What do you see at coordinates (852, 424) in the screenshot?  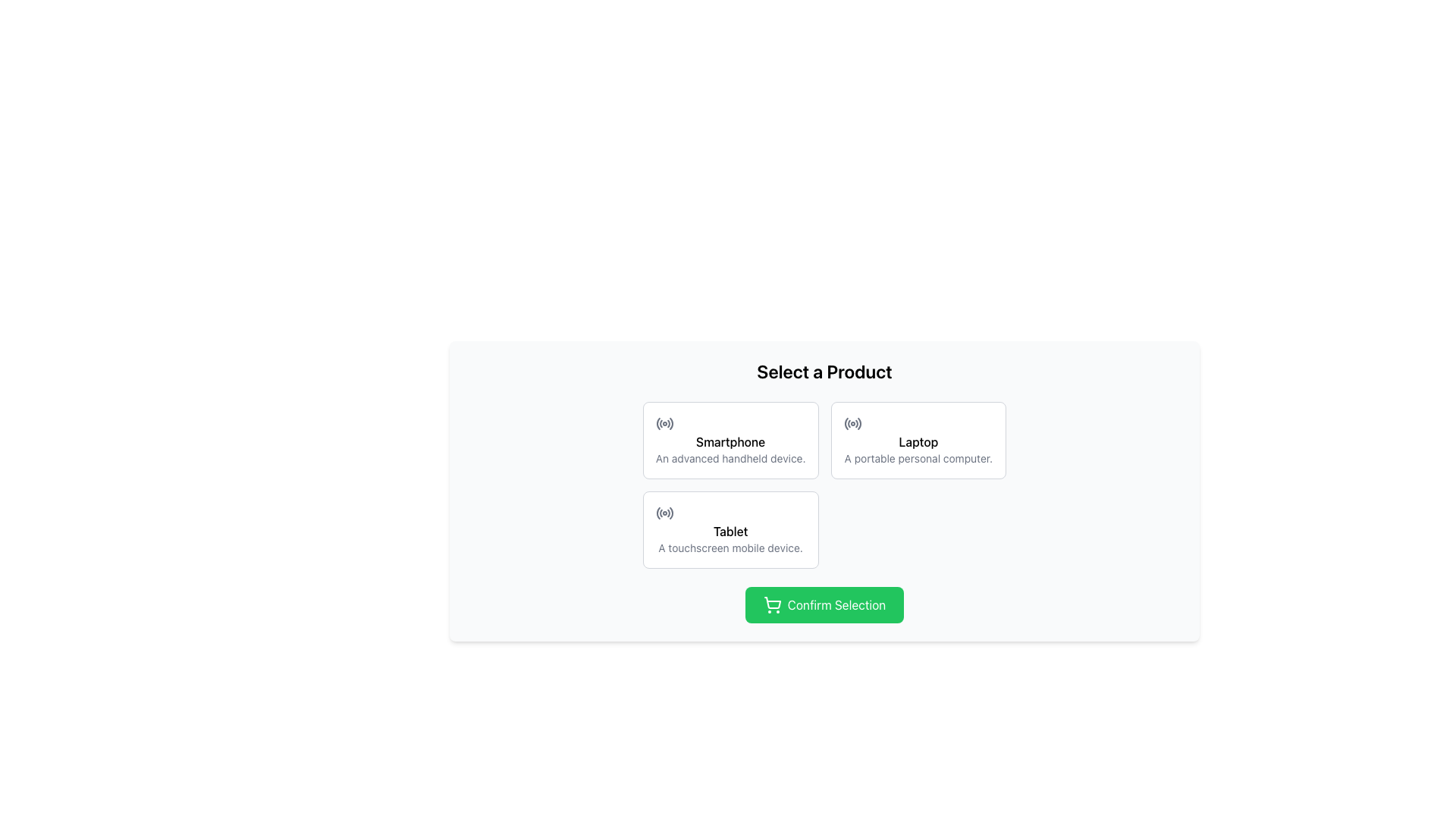 I see `the SVG icon representing the 'Laptop' option, located to the left of the 'Laptop' label in the options layout` at bounding box center [852, 424].